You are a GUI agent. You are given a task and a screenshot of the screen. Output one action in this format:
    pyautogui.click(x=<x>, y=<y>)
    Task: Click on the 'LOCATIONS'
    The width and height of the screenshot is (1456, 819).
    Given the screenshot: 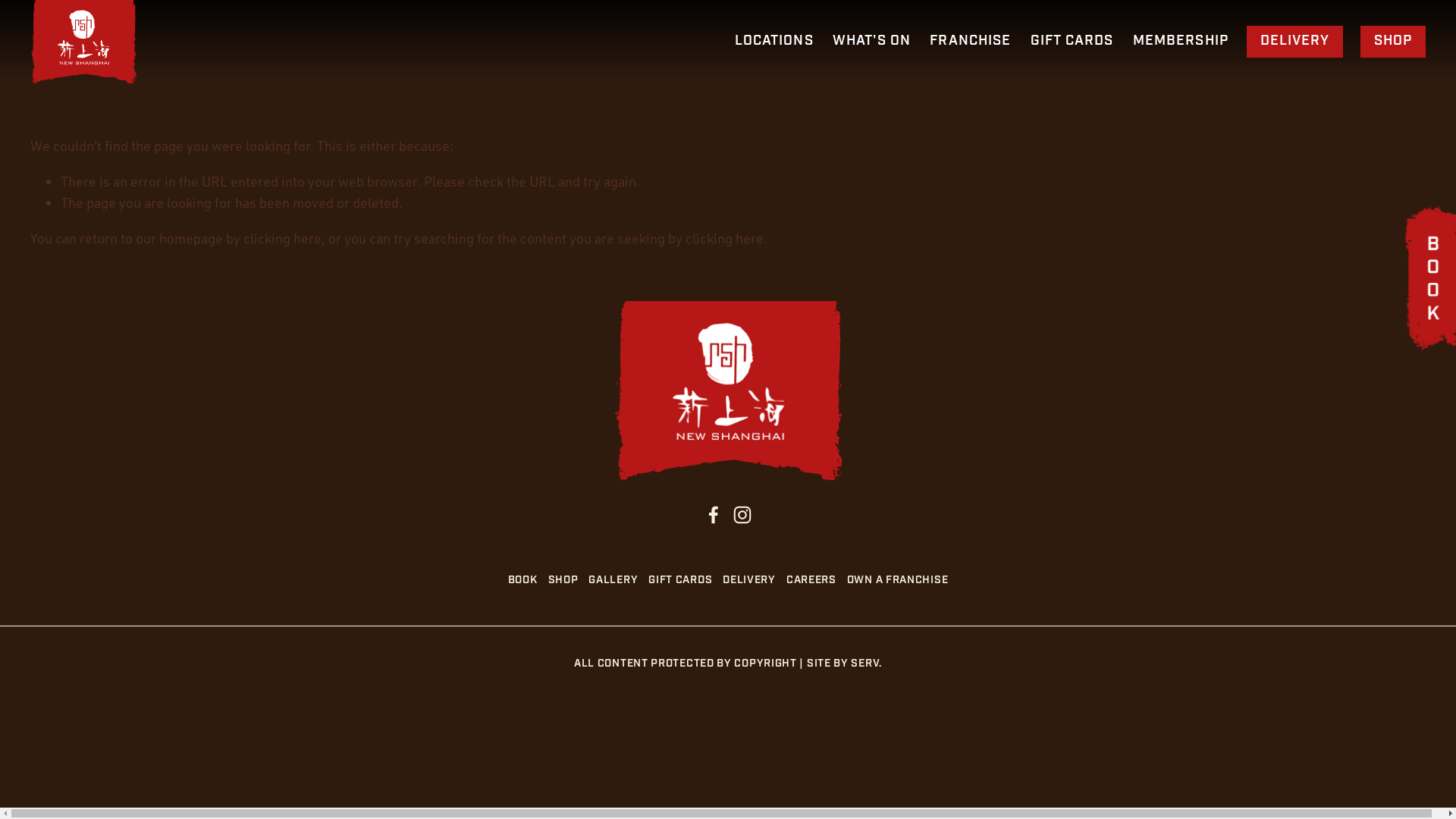 What is the action you would take?
    pyautogui.click(x=774, y=40)
    